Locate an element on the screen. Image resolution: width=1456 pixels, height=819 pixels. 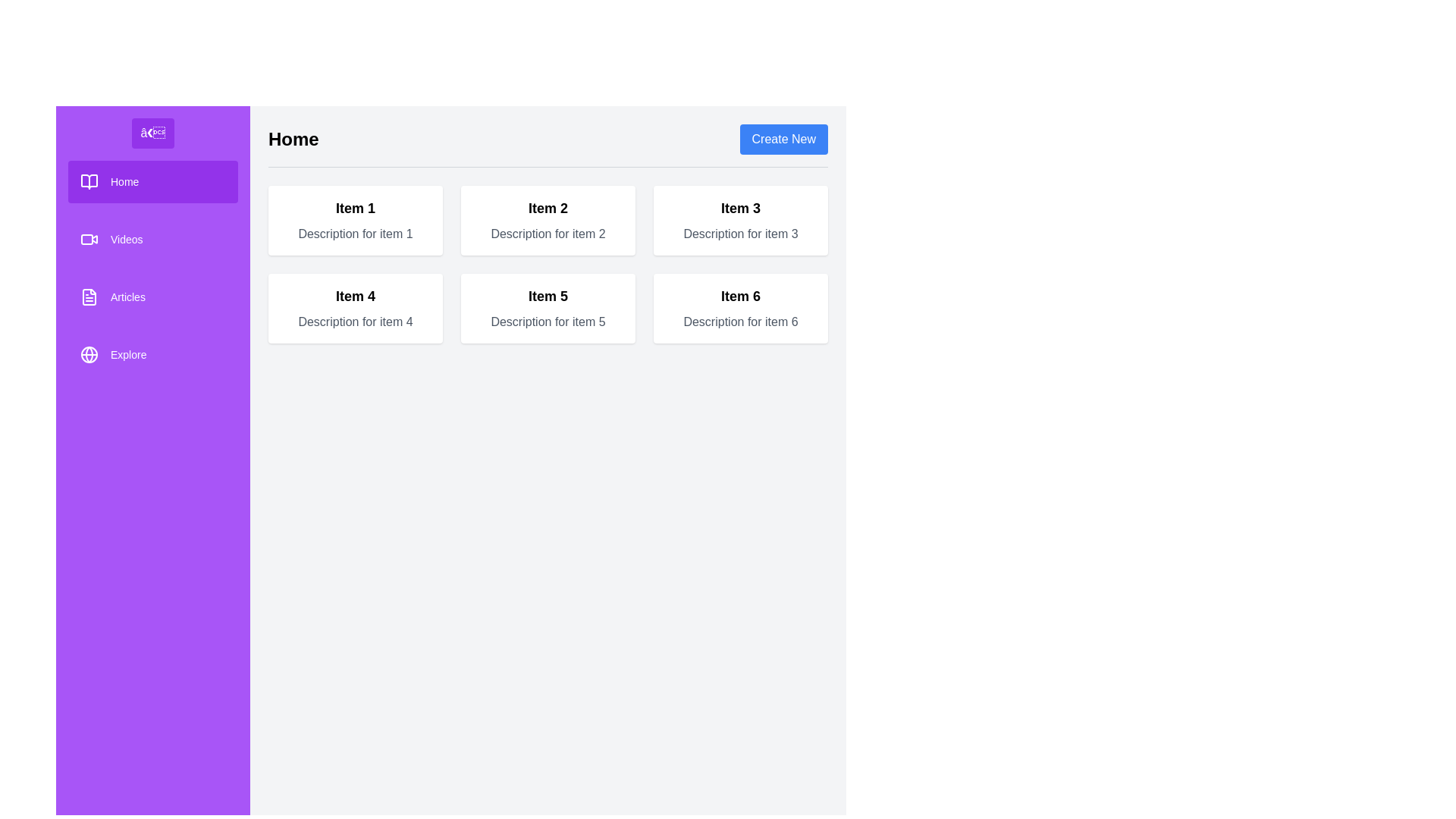
the Text Label element displaying 'Item 3', which is styled as a bold header and located above the description text within the third card in the grid is located at coordinates (741, 208).